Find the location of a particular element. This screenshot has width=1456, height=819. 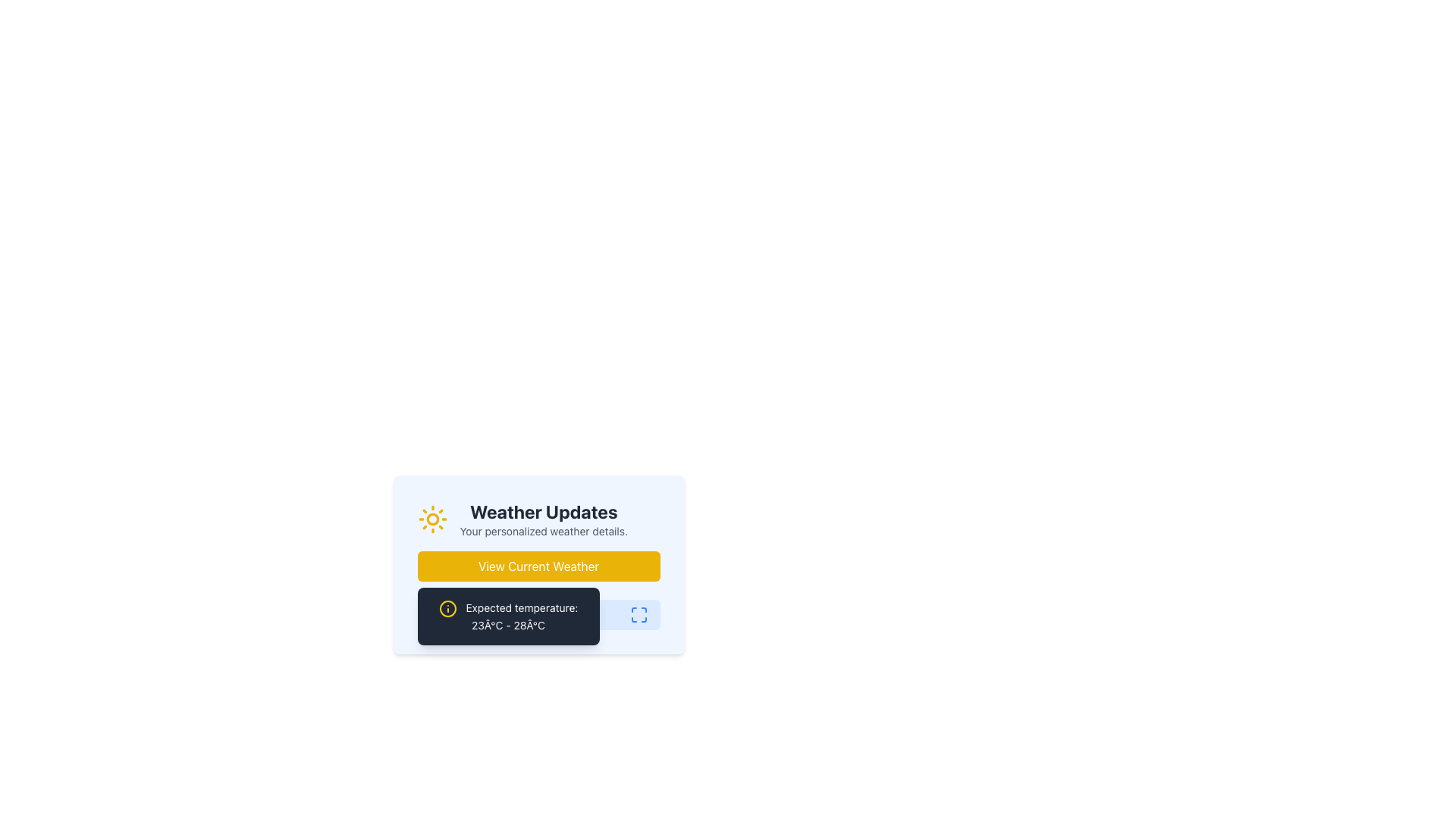

the non-interactive text label that provides additional information about 'Weather Updates', located immediately below the heading is located at coordinates (544, 531).